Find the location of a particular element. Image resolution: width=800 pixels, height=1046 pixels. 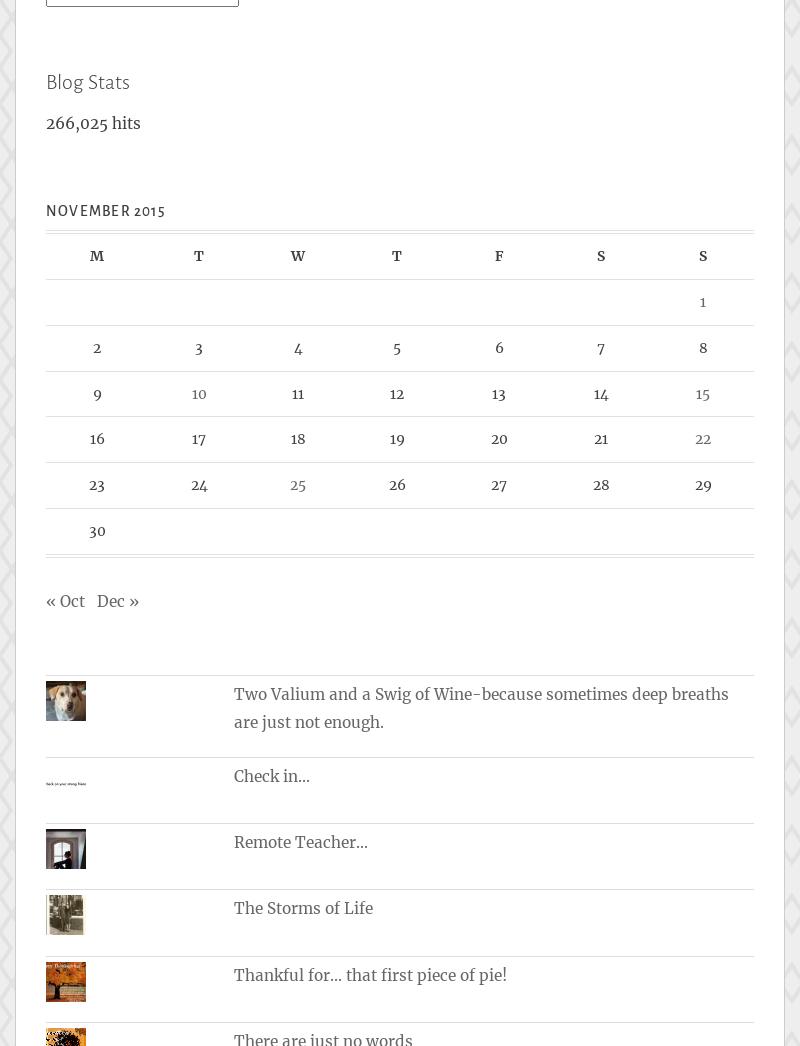

'19' is located at coordinates (395, 438).